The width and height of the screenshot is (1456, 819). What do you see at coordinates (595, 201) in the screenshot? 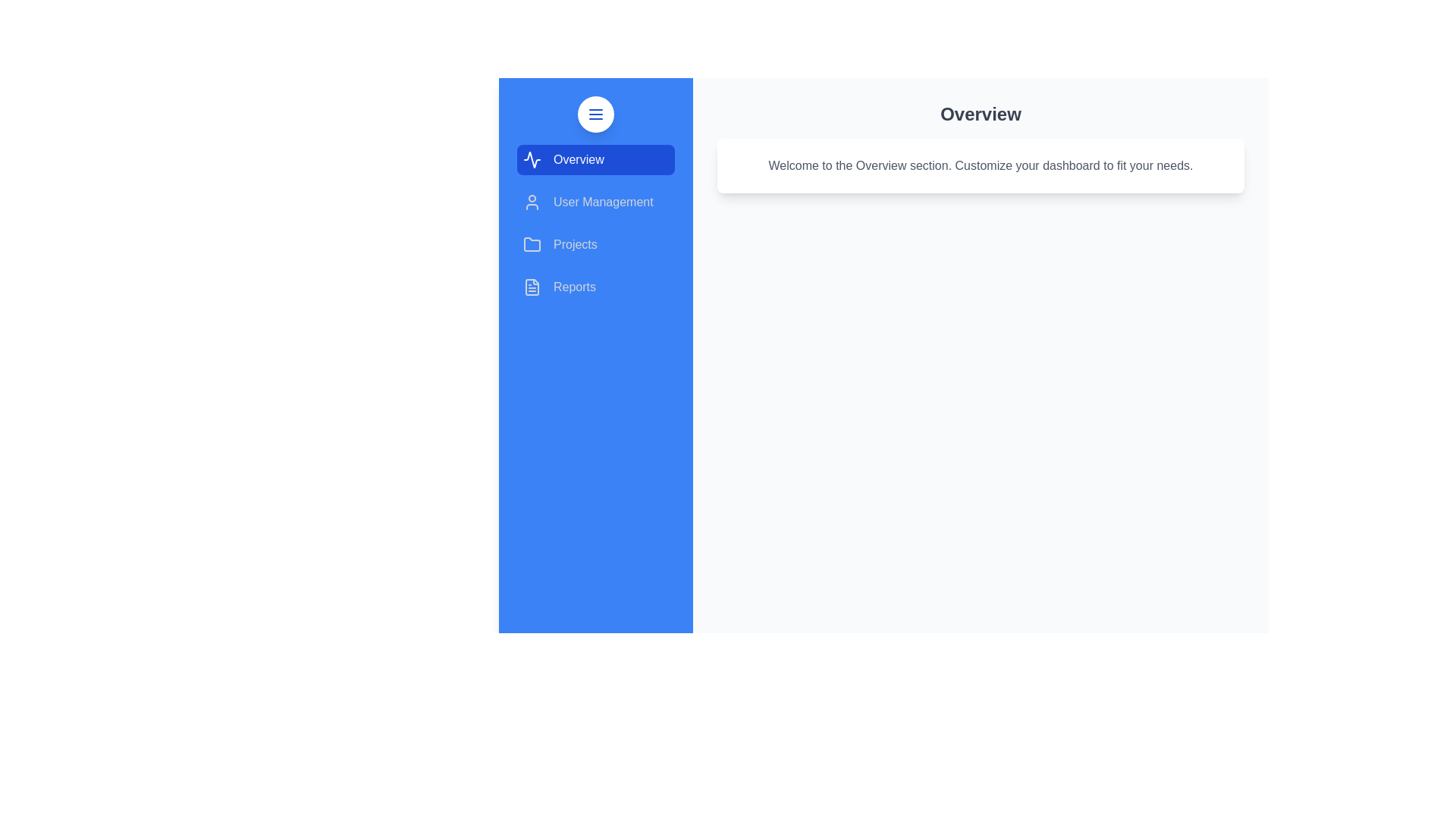
I see `the sidebar item corresponding to User Management` at bounding box center [595, 201].